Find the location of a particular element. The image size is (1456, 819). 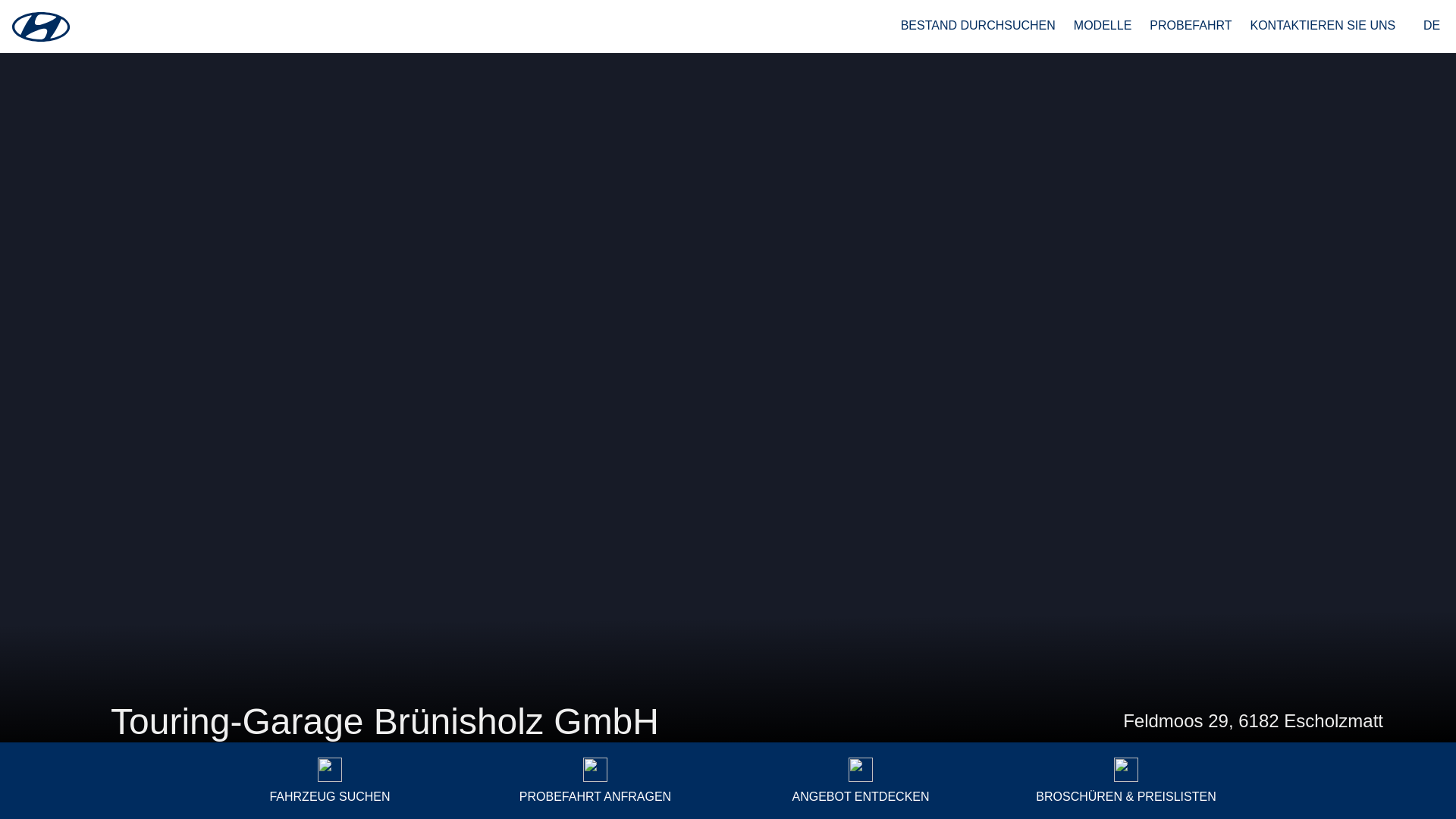

'BESTAND DURCHSUCHEN' is located at coordinates (978, 26).